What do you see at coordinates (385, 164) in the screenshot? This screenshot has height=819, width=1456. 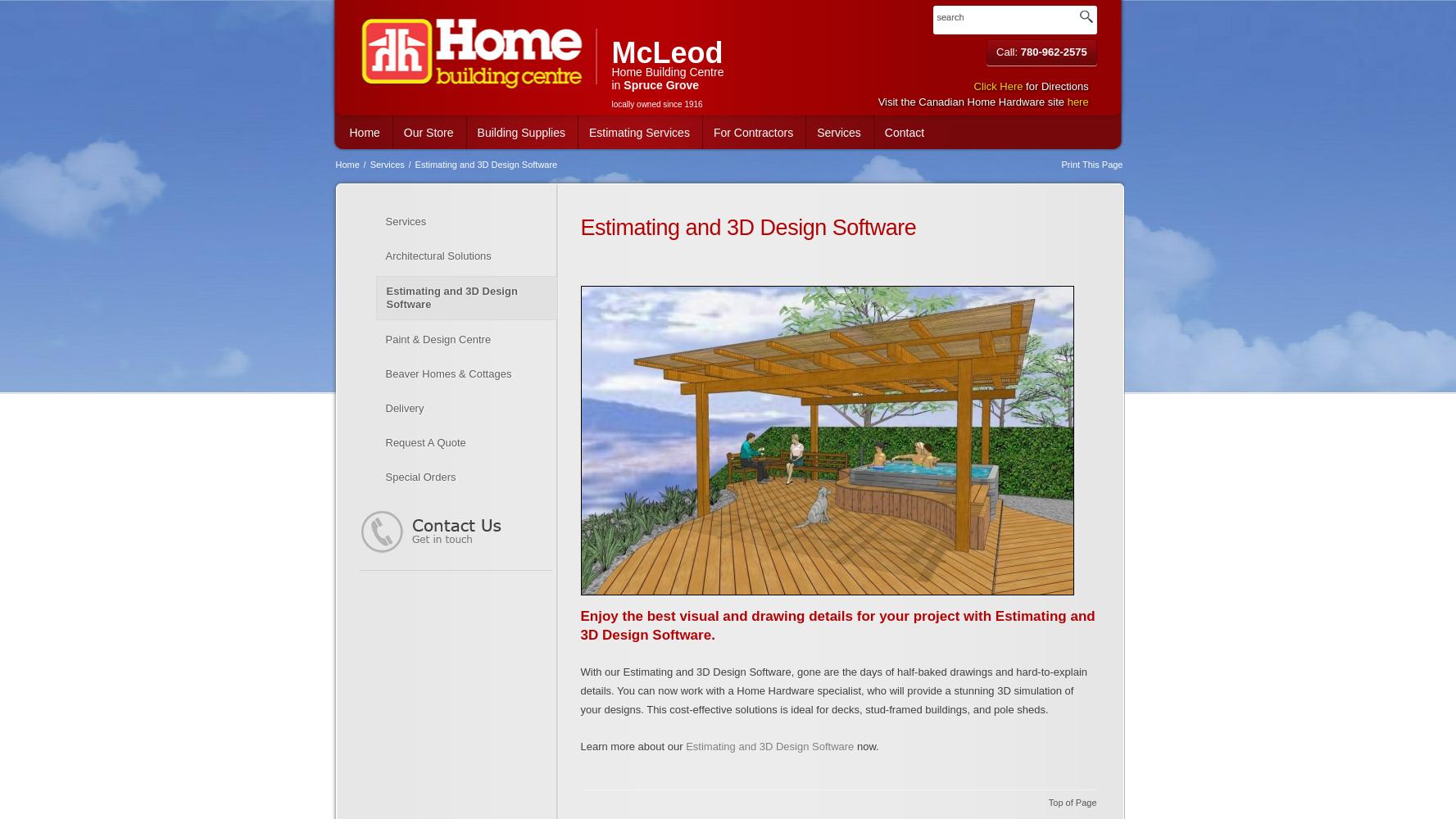 I see `'Services'` at bounding box center [385, 164].